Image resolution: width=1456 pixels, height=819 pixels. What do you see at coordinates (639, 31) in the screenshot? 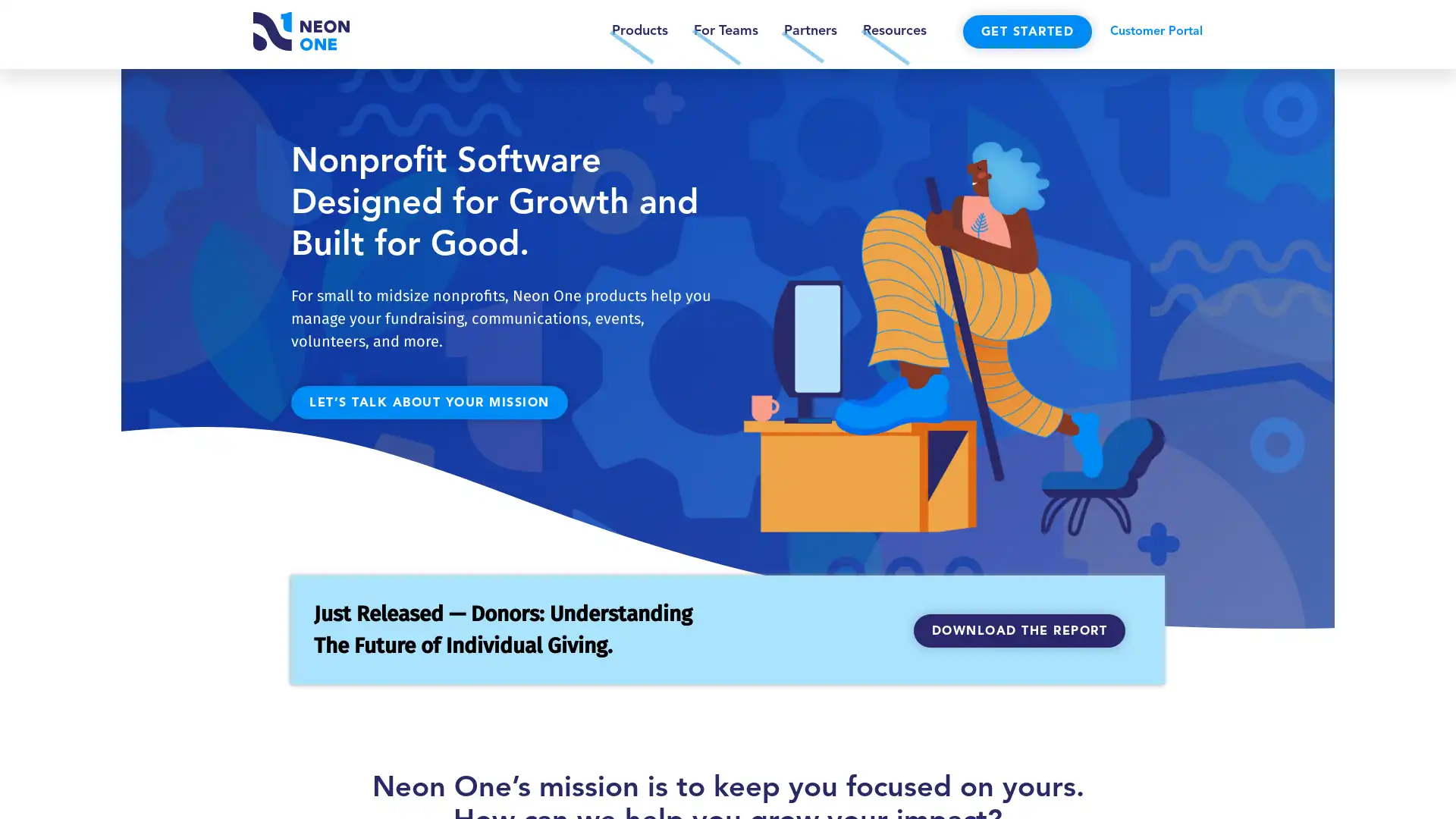
I see `Products` at bounding box center [639, 31].